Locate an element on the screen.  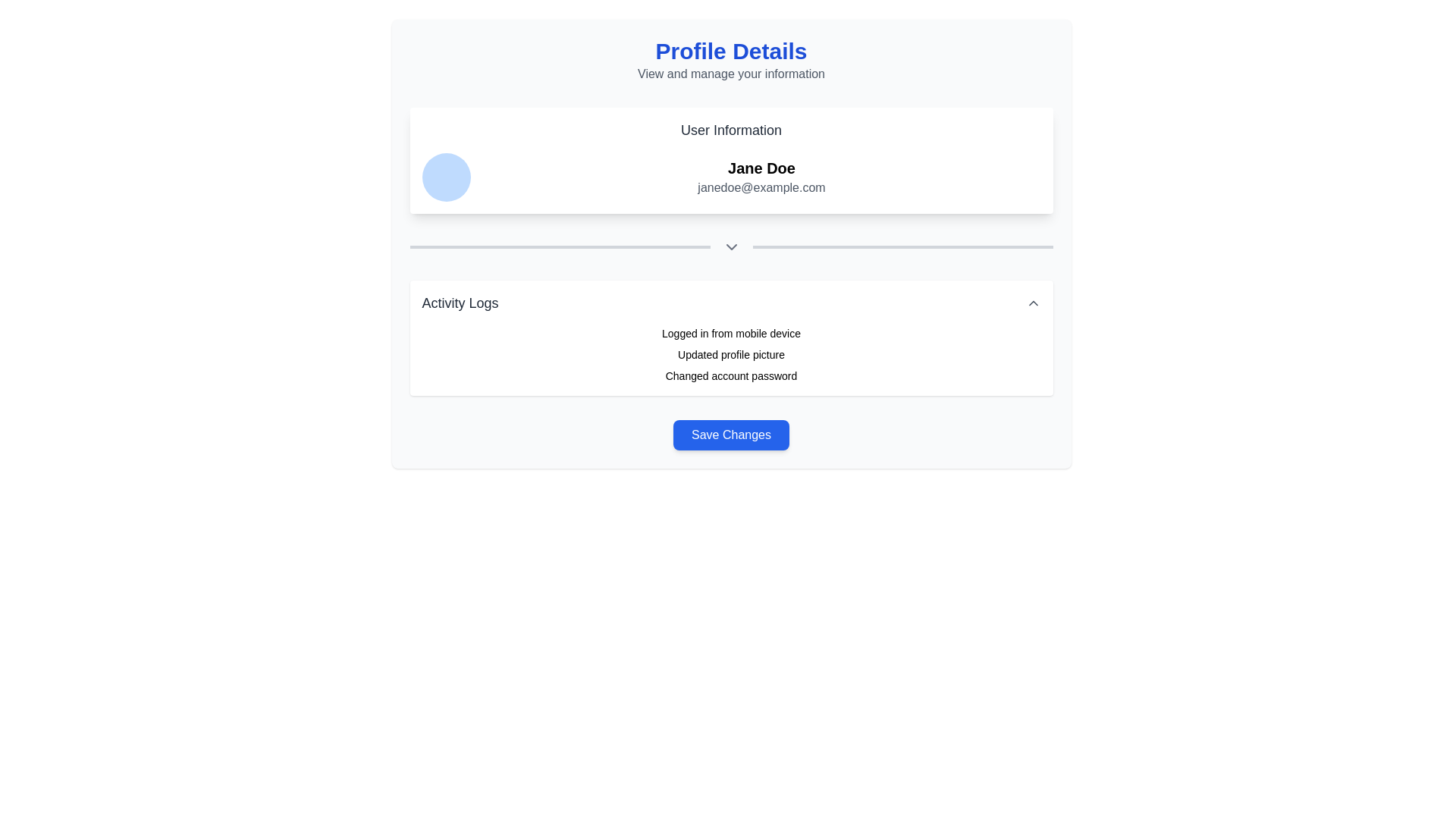
the User Information component to view the profile details, which includes the user's name and email address displayed beside a profile icon is located at coordinates (731, 177).